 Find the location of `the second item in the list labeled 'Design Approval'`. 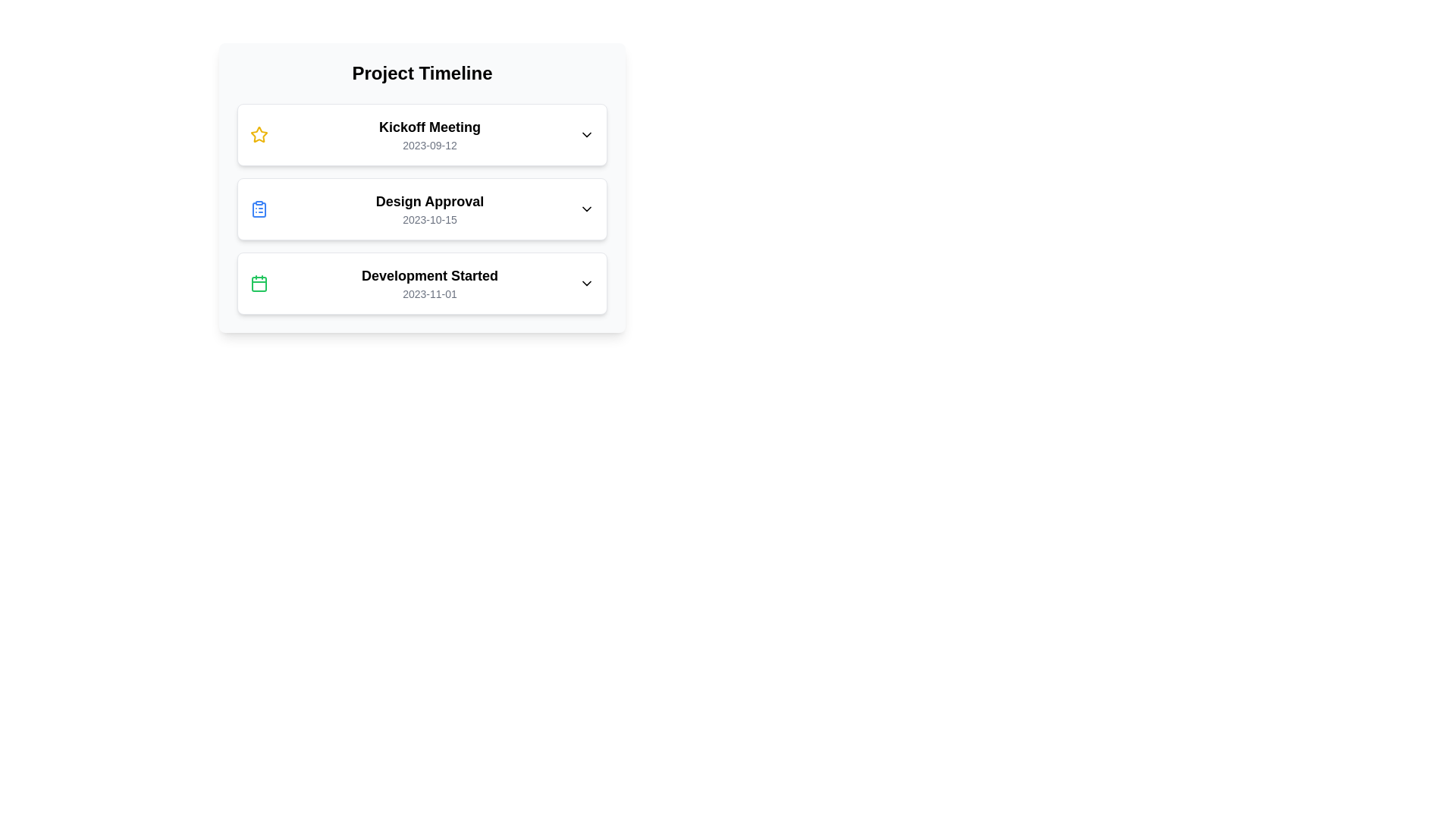

the second item in the list labeled 'Design Approval' is located at coordinates (422, 209).